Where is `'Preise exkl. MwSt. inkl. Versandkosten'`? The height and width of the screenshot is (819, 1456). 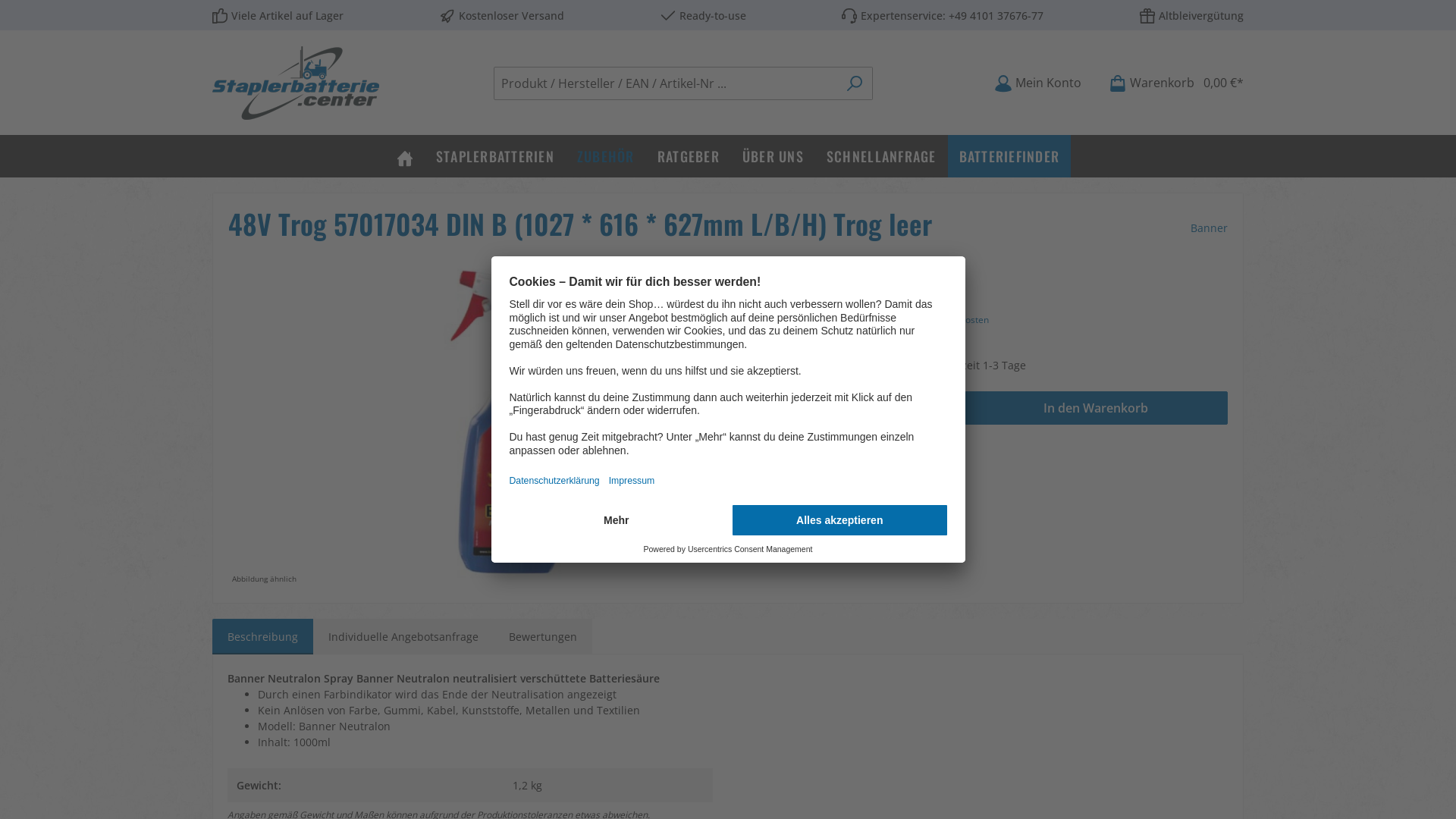 'Preise exkl. MwSt. inkl. Versandkosten' is located at coordinates (908, 318).